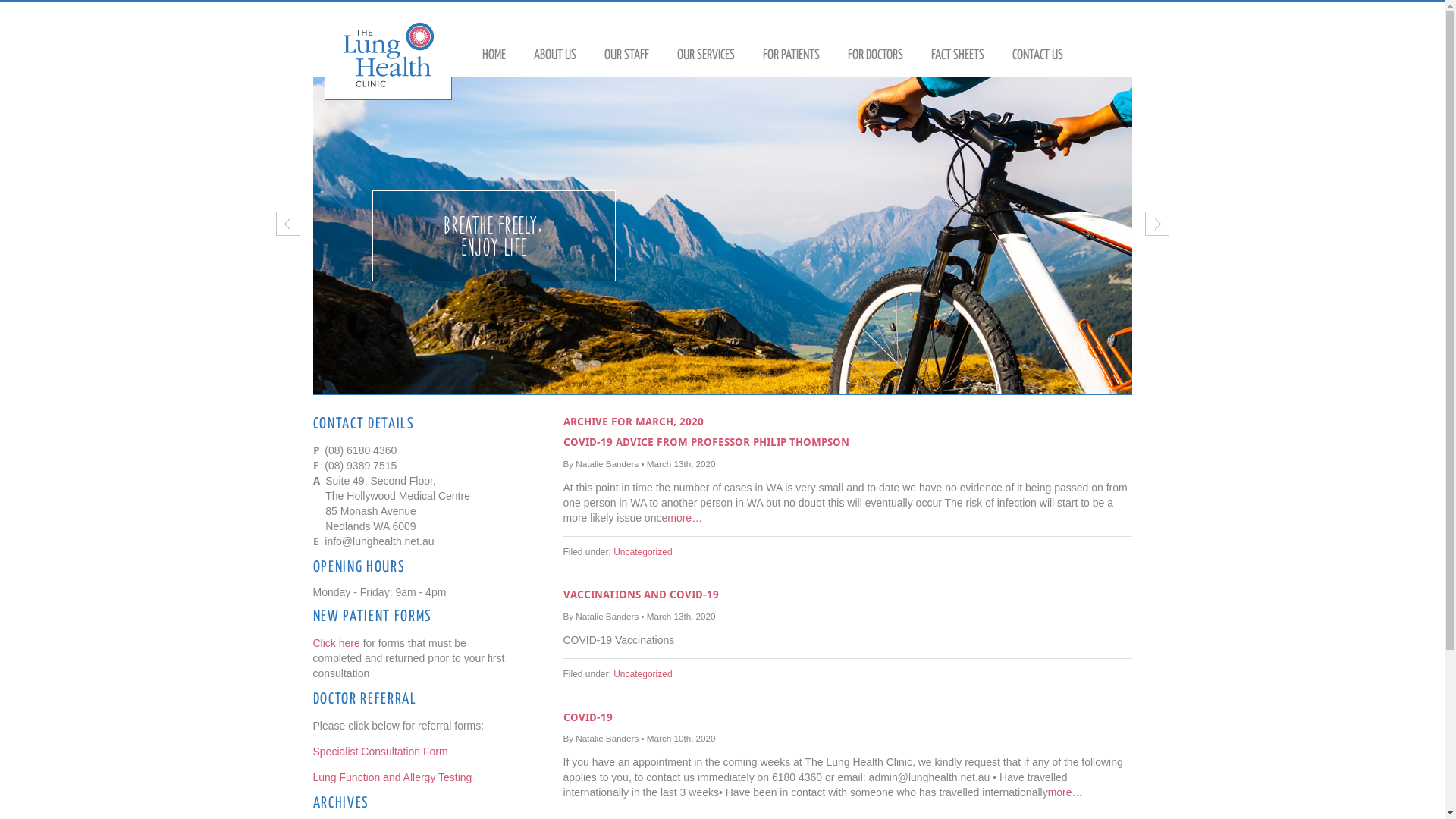 This screenshot has width=1456, height=819. What do you see at coordinates (554, 55) in the screenshot?
I see `'ABOUT US'` at bounding box center [554, 55].